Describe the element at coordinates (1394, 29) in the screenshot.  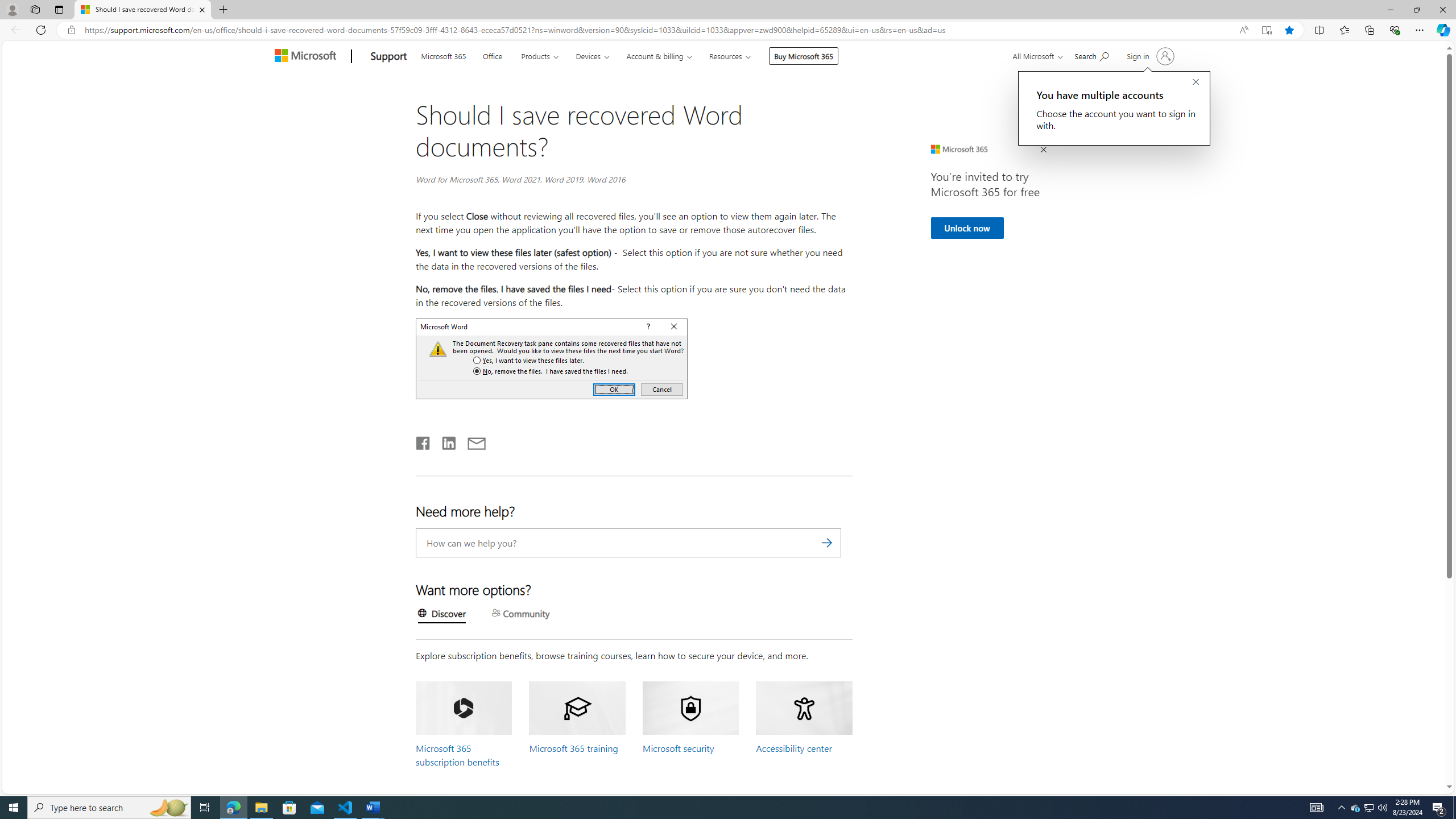
I see `'Browser essentials'` at that location.